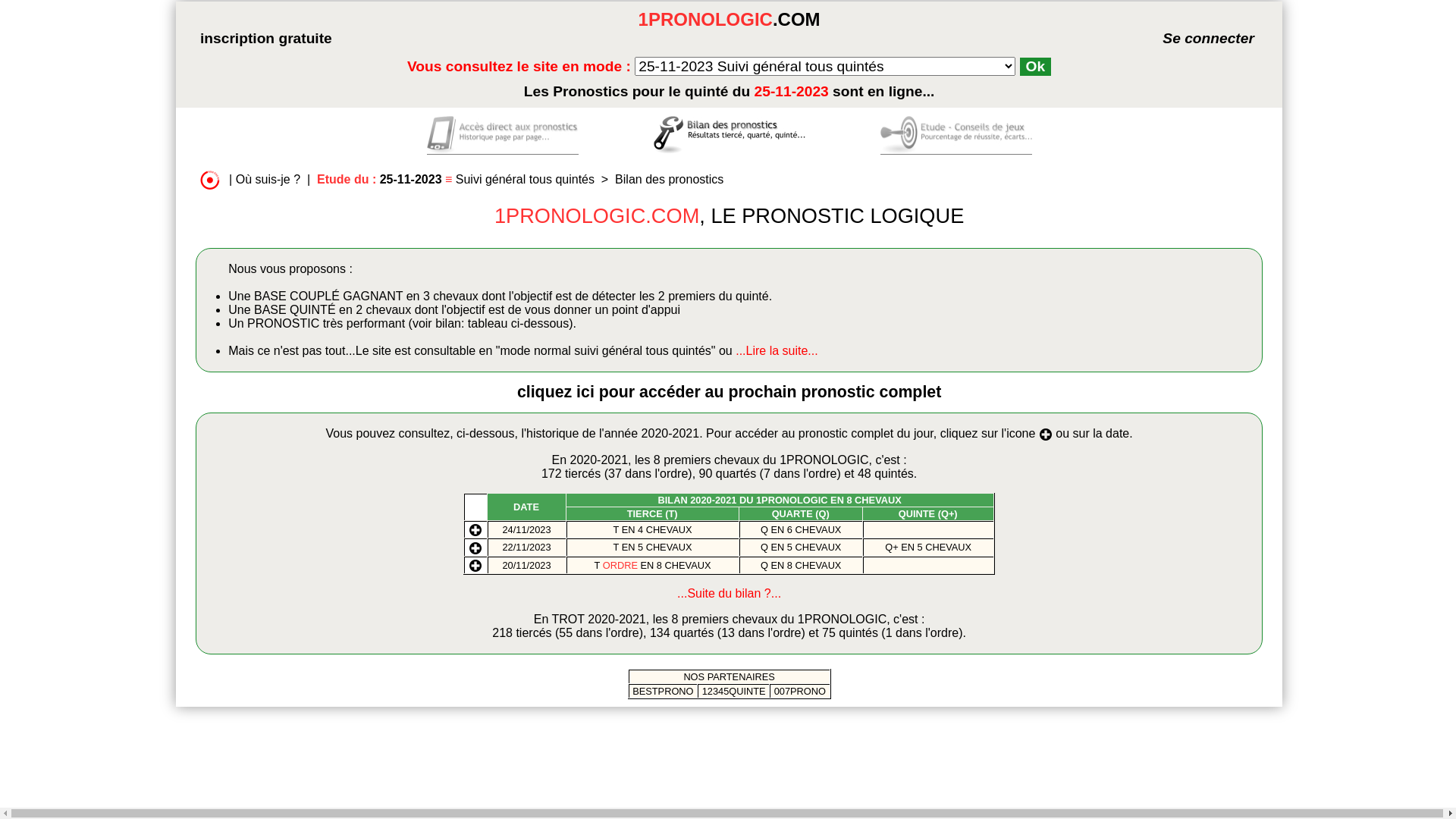 The height and width of the screenshot is (819, 1456). Describe the element at coordinates (733, 691) in the screenshot. I see `' 12345QUINTE '` at that location.